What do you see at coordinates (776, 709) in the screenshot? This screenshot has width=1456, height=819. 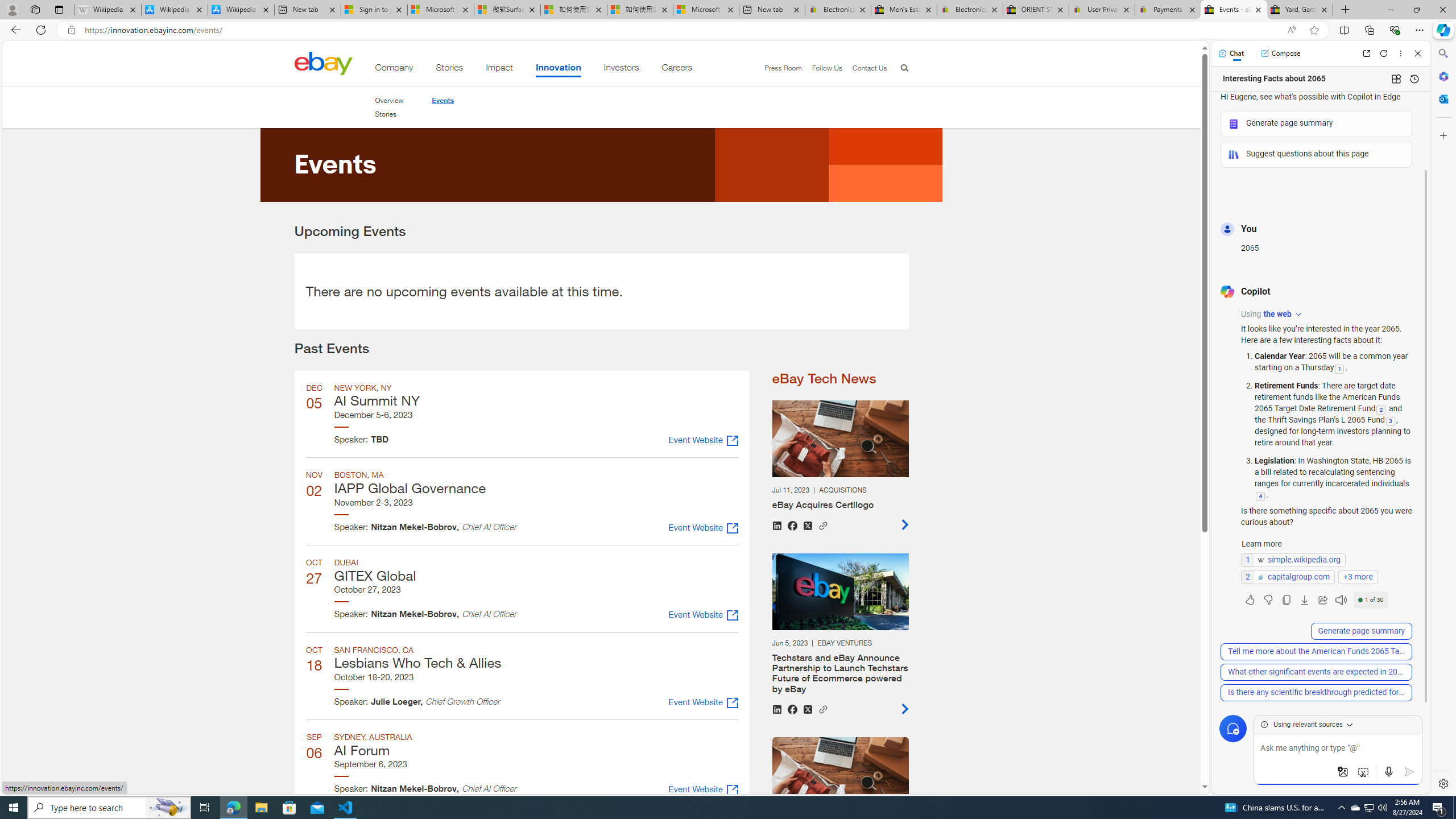 I see `'Share on LinkedIn'` at bounding box center [776, 709].